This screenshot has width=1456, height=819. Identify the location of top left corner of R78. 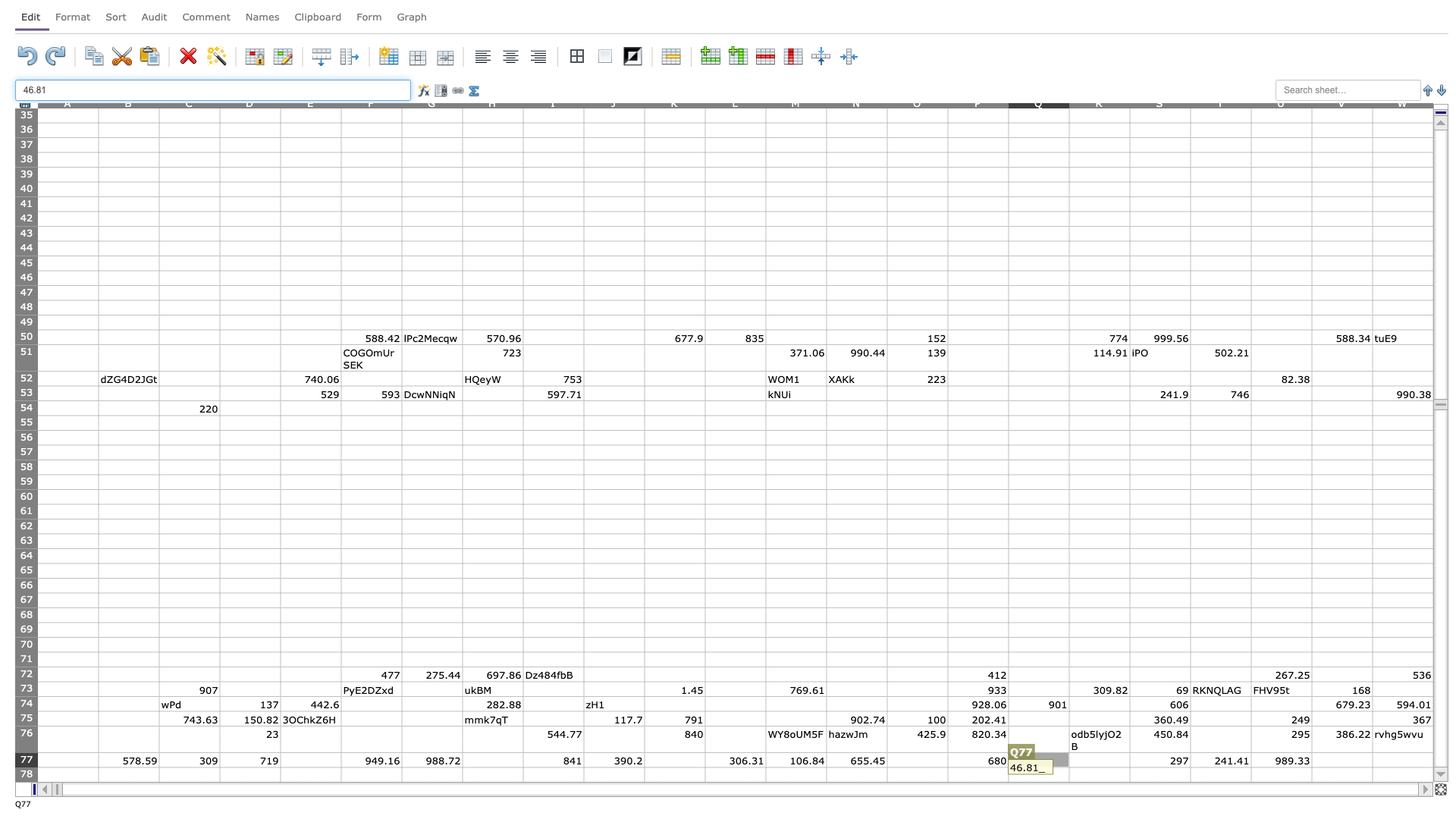
(1068, 767).